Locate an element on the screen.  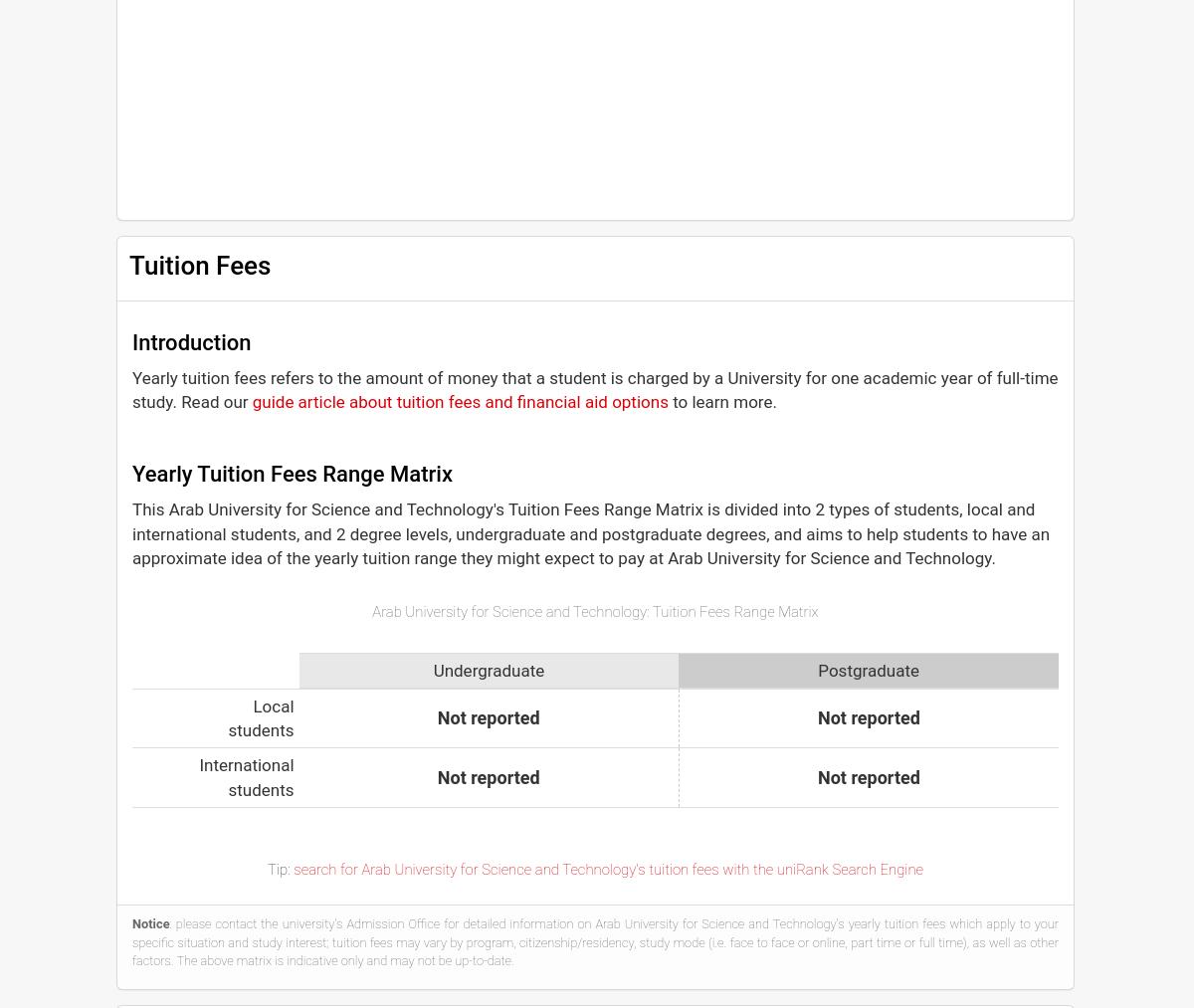
'Tuition Fees' is located at coordinates (199, 265).